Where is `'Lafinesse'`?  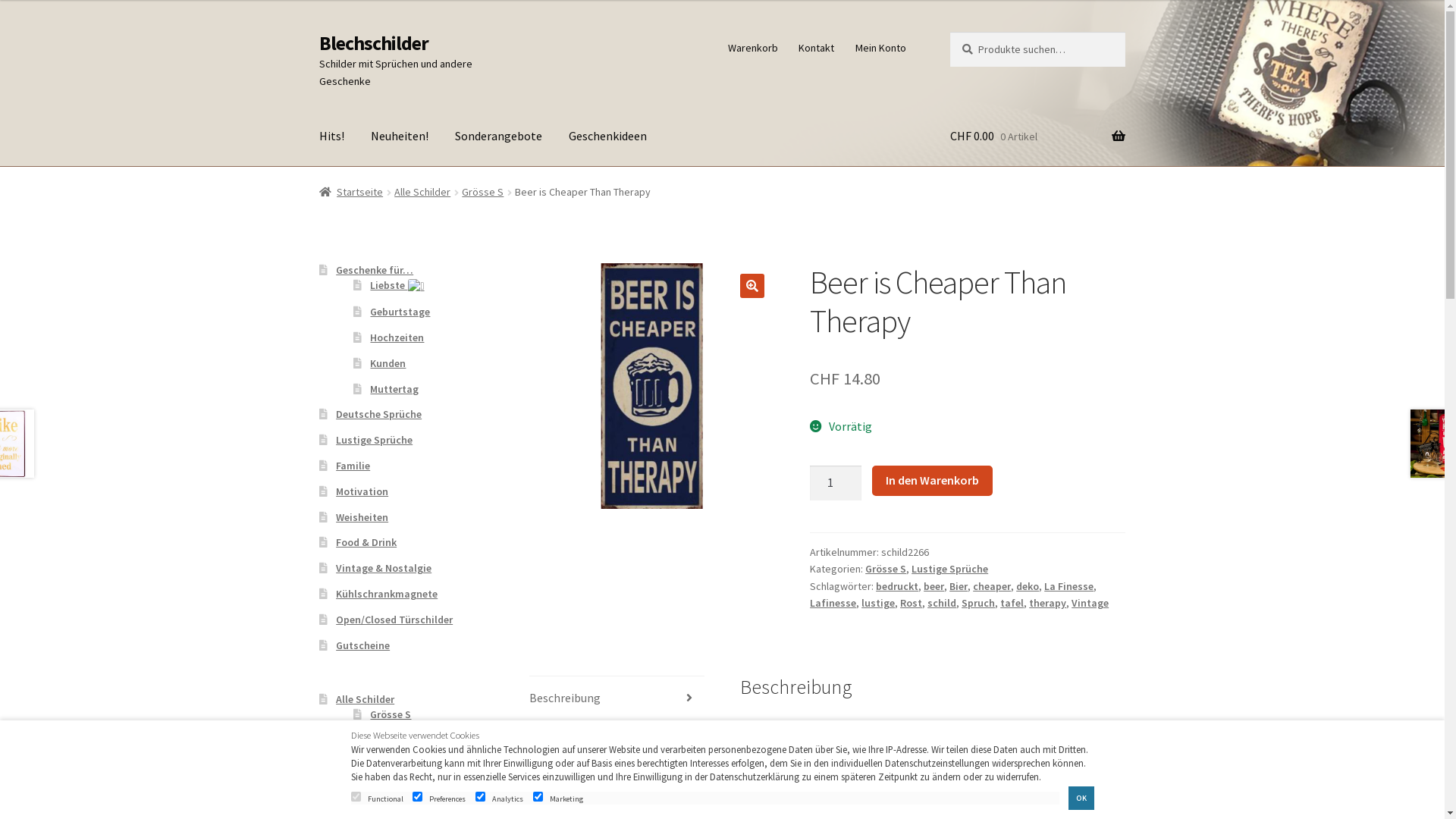 'Lafinesse' is located at coordinates (809, 601).